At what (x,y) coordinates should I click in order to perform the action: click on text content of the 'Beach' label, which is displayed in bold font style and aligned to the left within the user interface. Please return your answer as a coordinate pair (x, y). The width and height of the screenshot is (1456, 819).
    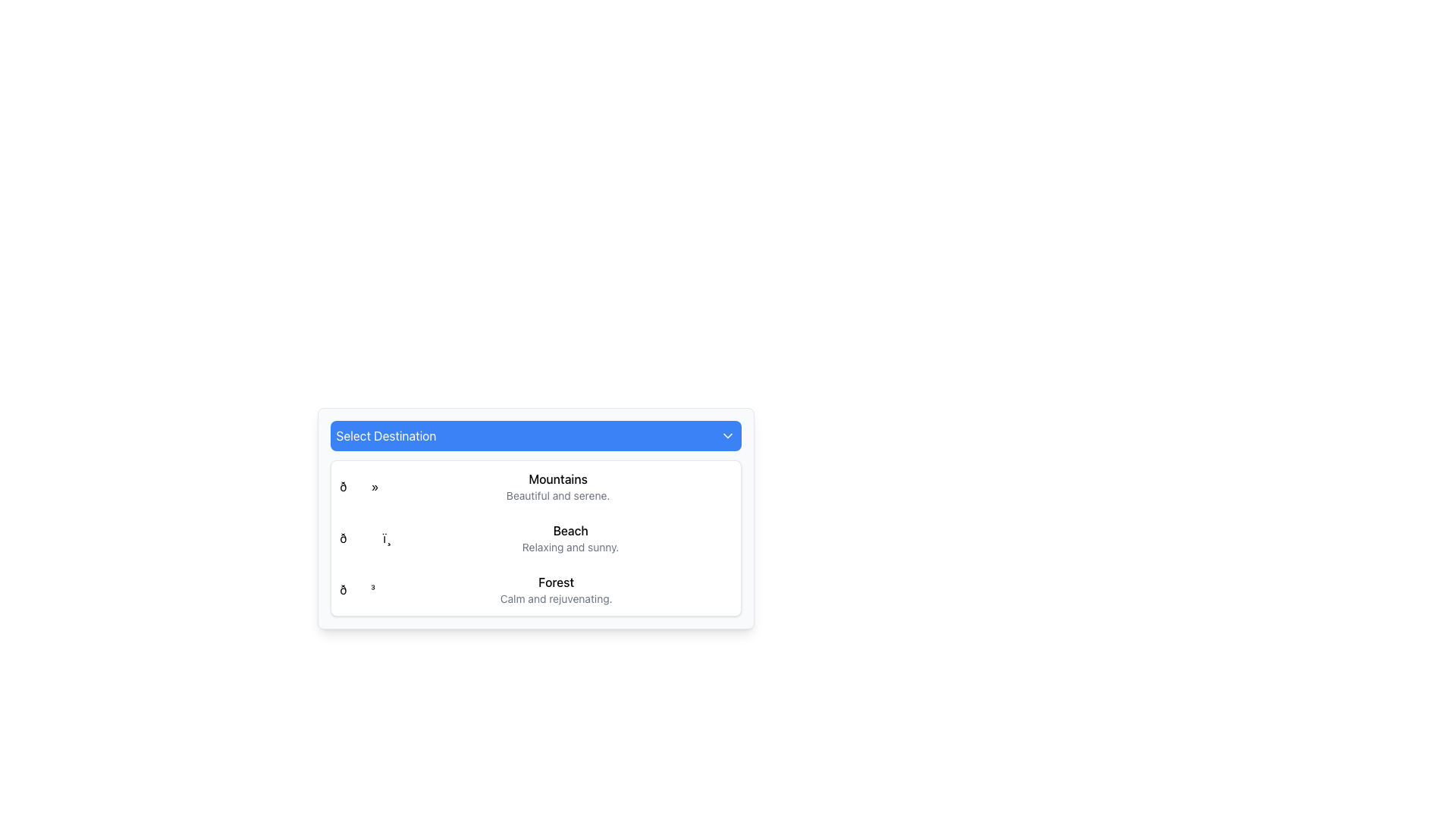
    Looking at the image, I should click on (570, 529).